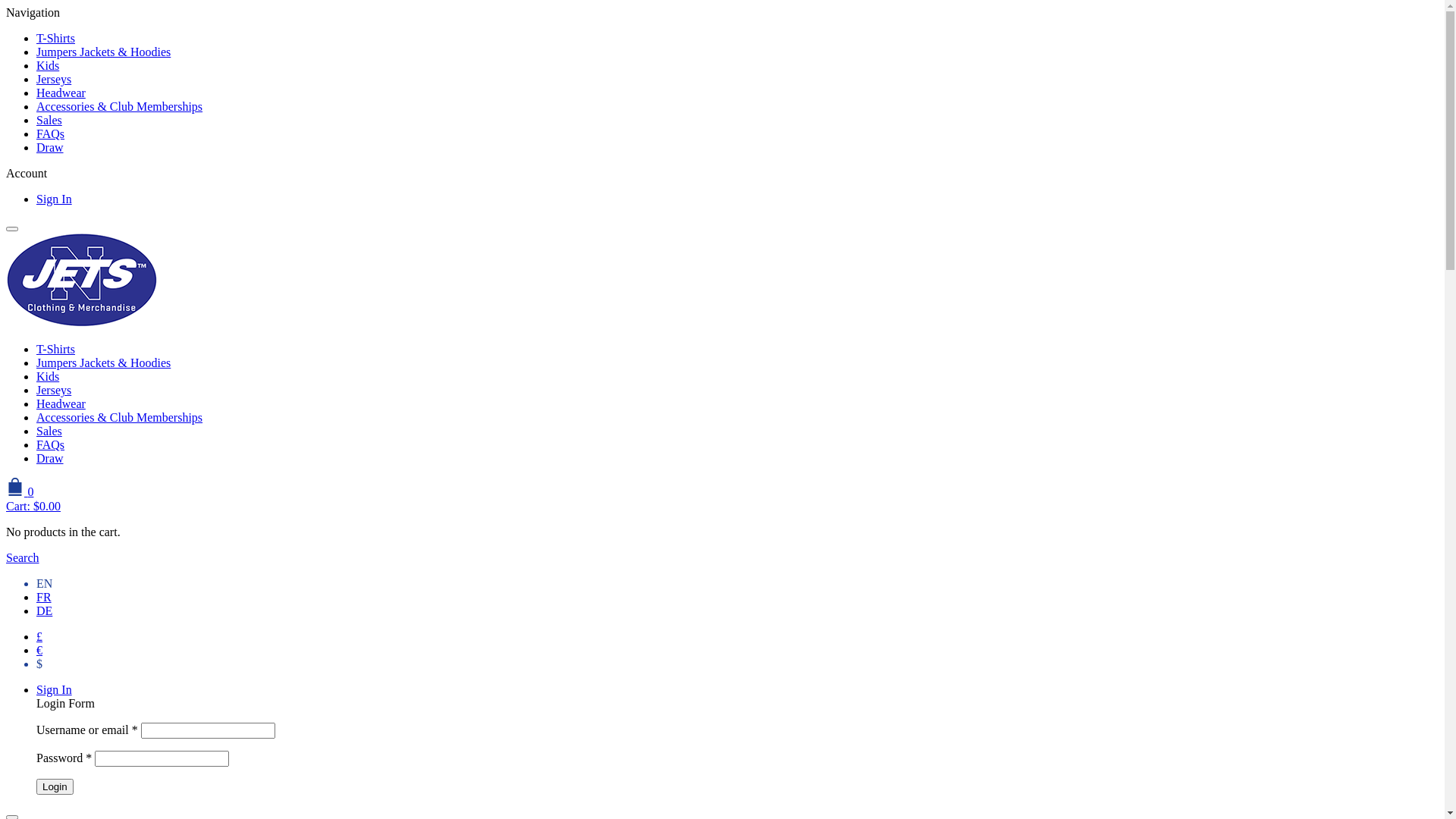 This screenshot has height=819, width=1456. Describe the element at coordinates (50, 444) in the screenshot. I see `'FAQs'` at that location.